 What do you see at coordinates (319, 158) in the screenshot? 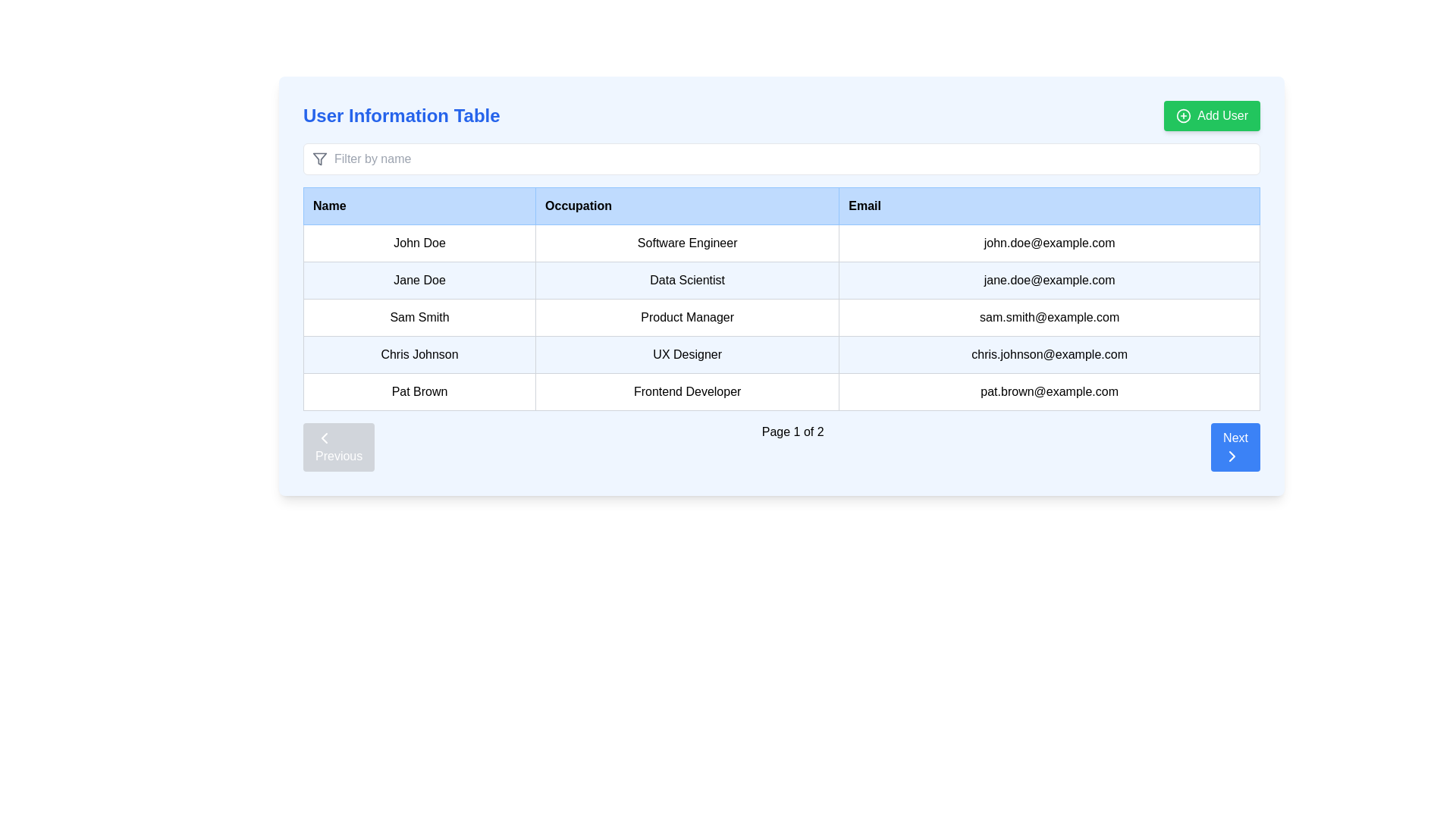
I see `the triangular filter icon located to the left of the 'Filter by name' input box` at bounding box center [319, 158].